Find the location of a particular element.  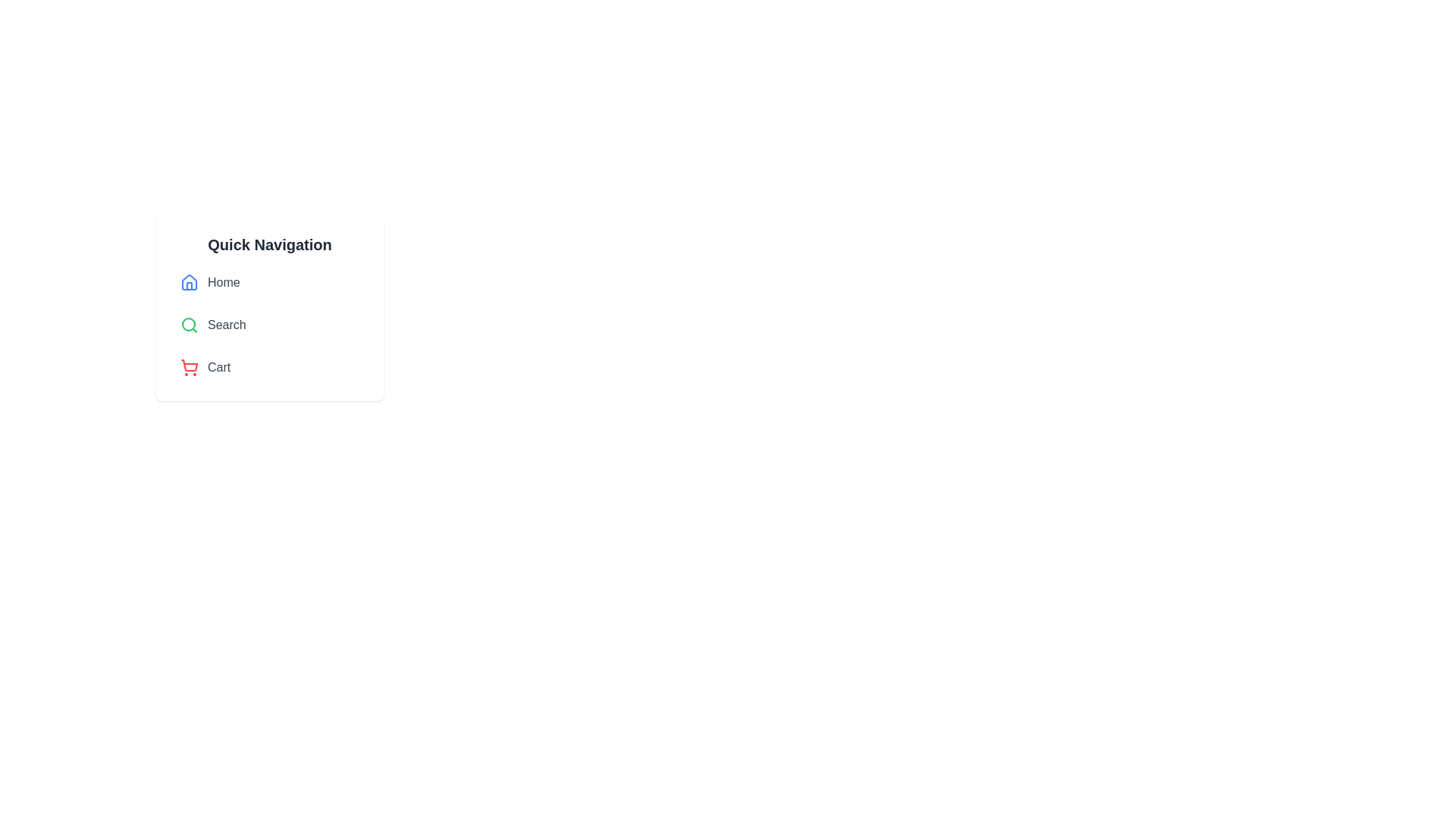

the interior segment of the blue house icon within the SVG component, which is the first item in the 'Quick Navigation' card structure is located at coordinates (188, 286).